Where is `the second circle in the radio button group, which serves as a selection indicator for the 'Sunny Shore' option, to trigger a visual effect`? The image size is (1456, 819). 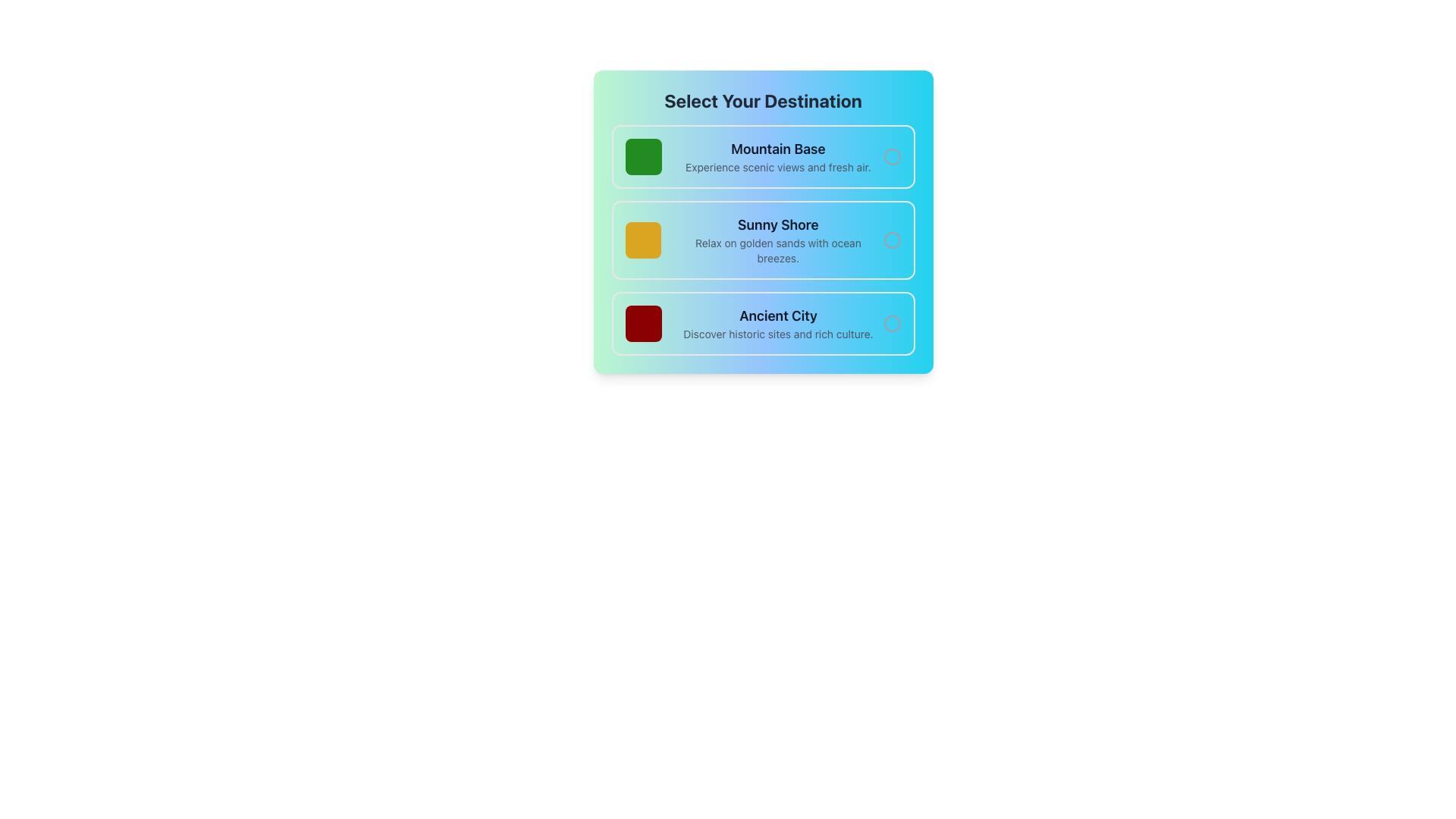 the second circle in the radio button group, which serves as a selection indicator for the 'Sunny Shore' option, to trigger a visual effect is located at coordinates (892, 239).